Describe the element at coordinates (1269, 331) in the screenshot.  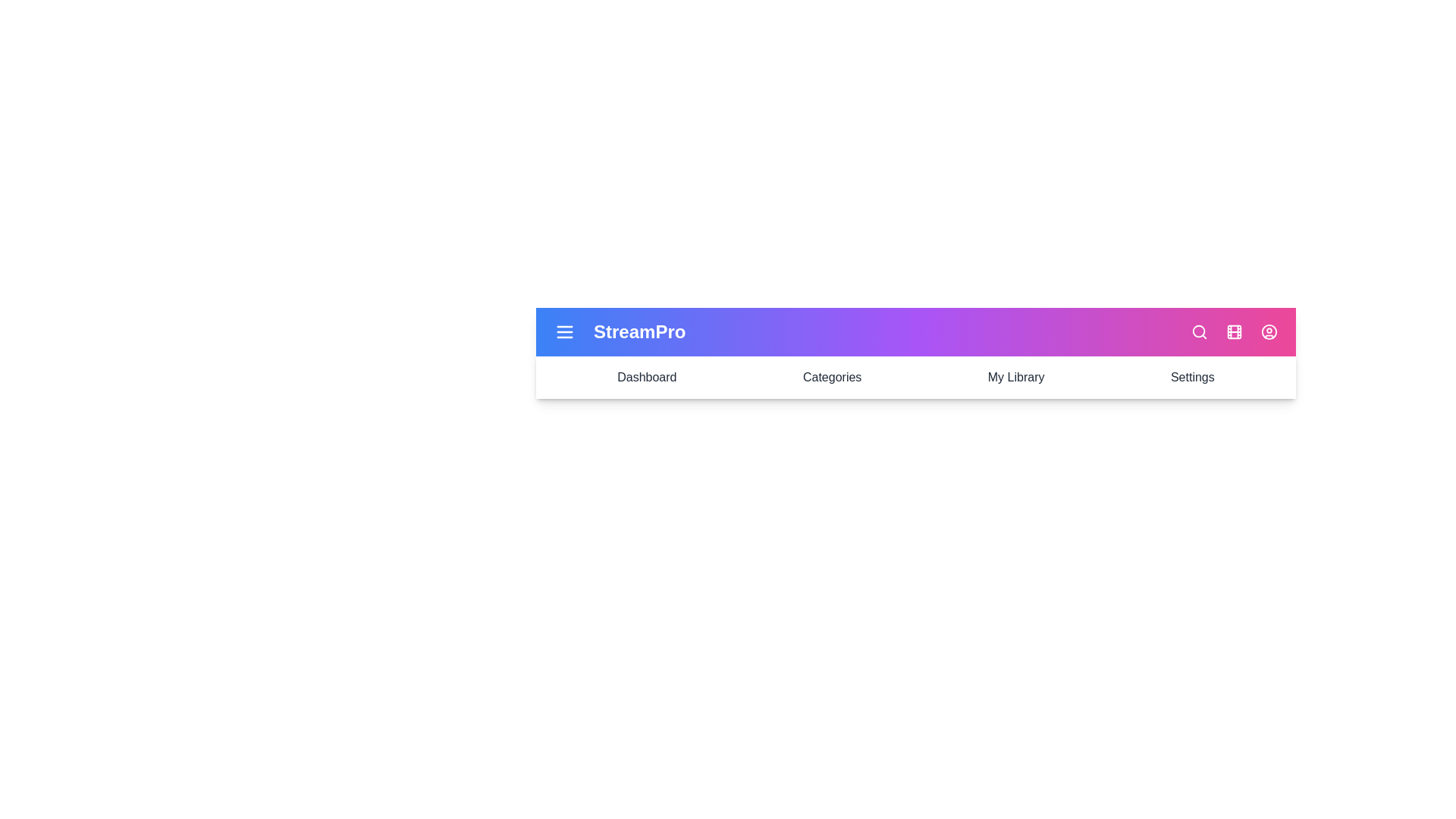
I see `the interactive element user_circle_icon to observe its hover effect` at that location.